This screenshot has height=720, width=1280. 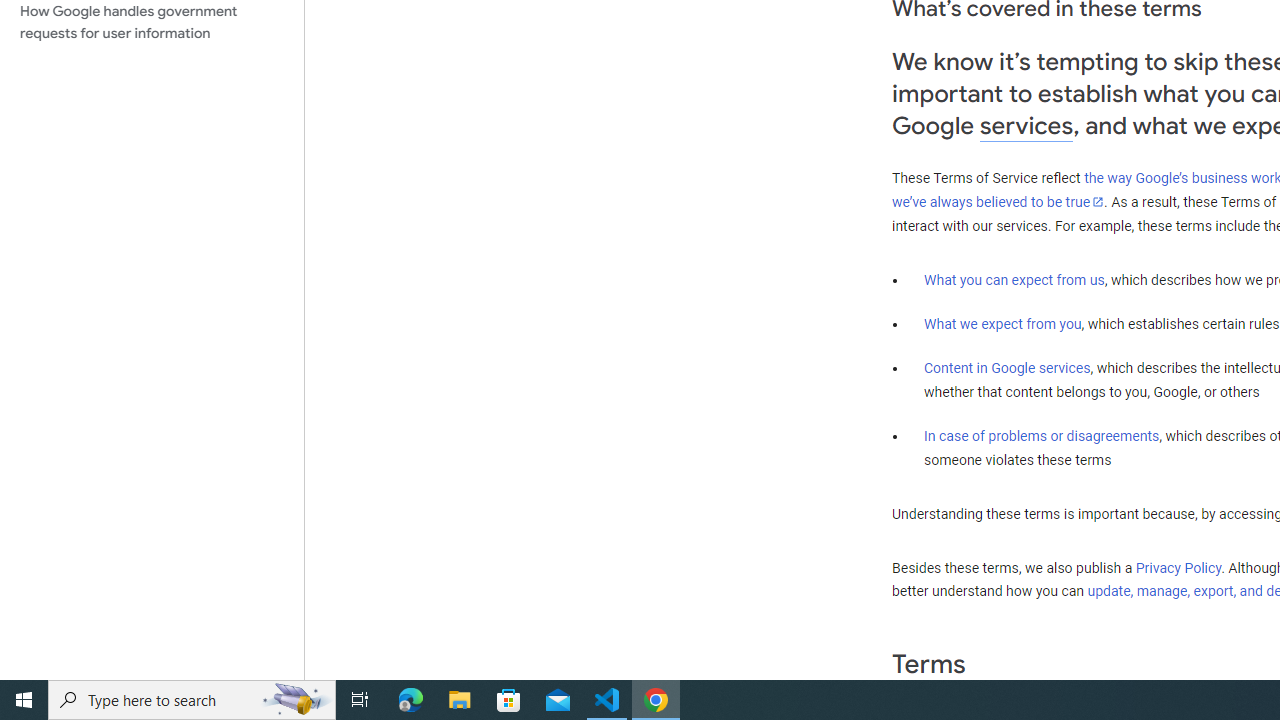 What do you see at coordinates (1014, 279) in the screenshot?
I see `'What you can expect from us'` at bounding box center [1014, 279].